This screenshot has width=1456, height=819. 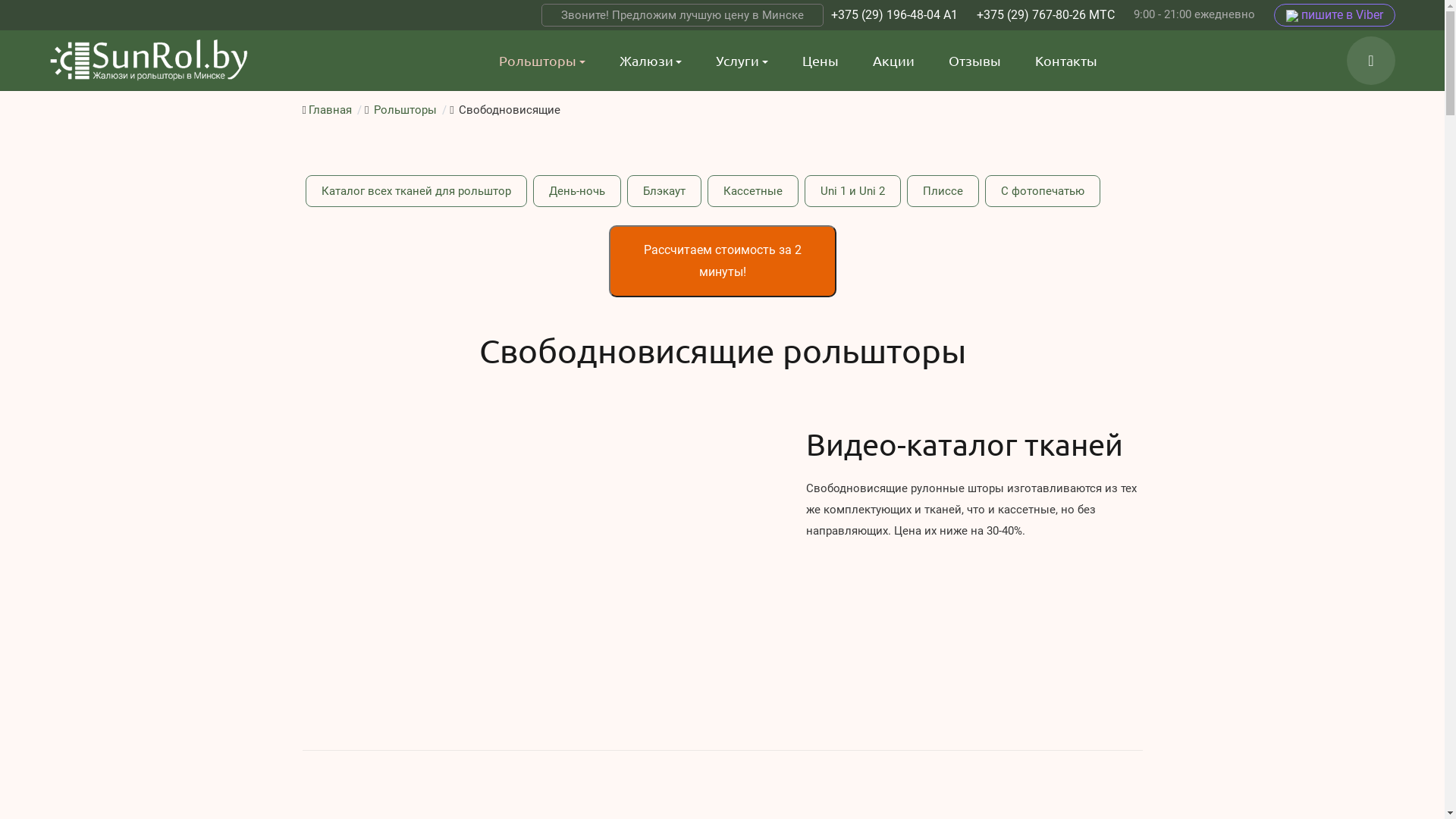 I want to click on 'SunRol.by', so click(x=149, y=60).